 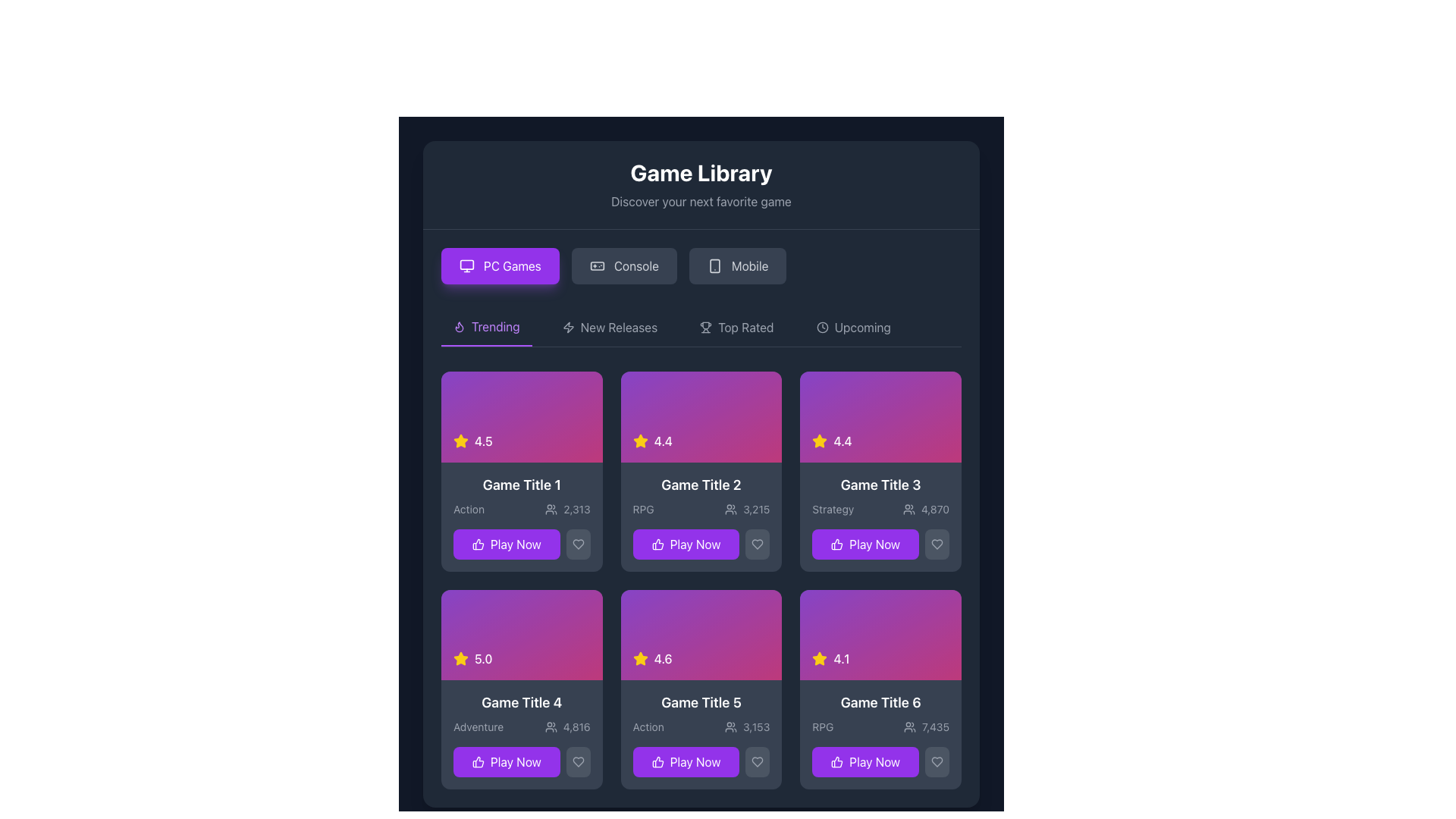 What do you see at coordinates (832, 509) in the screenshot?
I see `the category label for 'Game Title 3' located in the metadata section of its card in the 'Game Library' grid` at bounding box center [832, 509].